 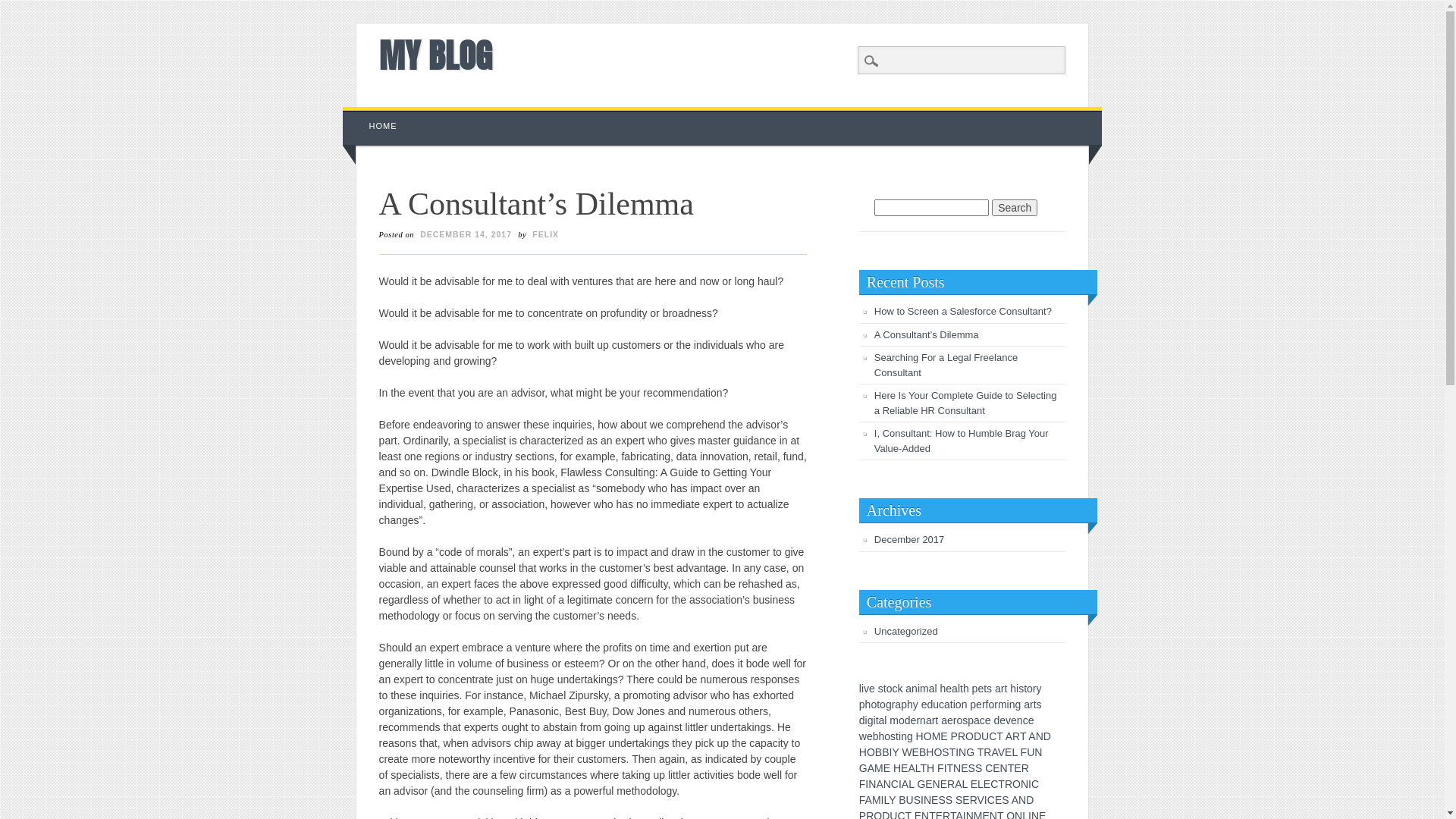 I want to click on 'h', so click(x=942, y=688).